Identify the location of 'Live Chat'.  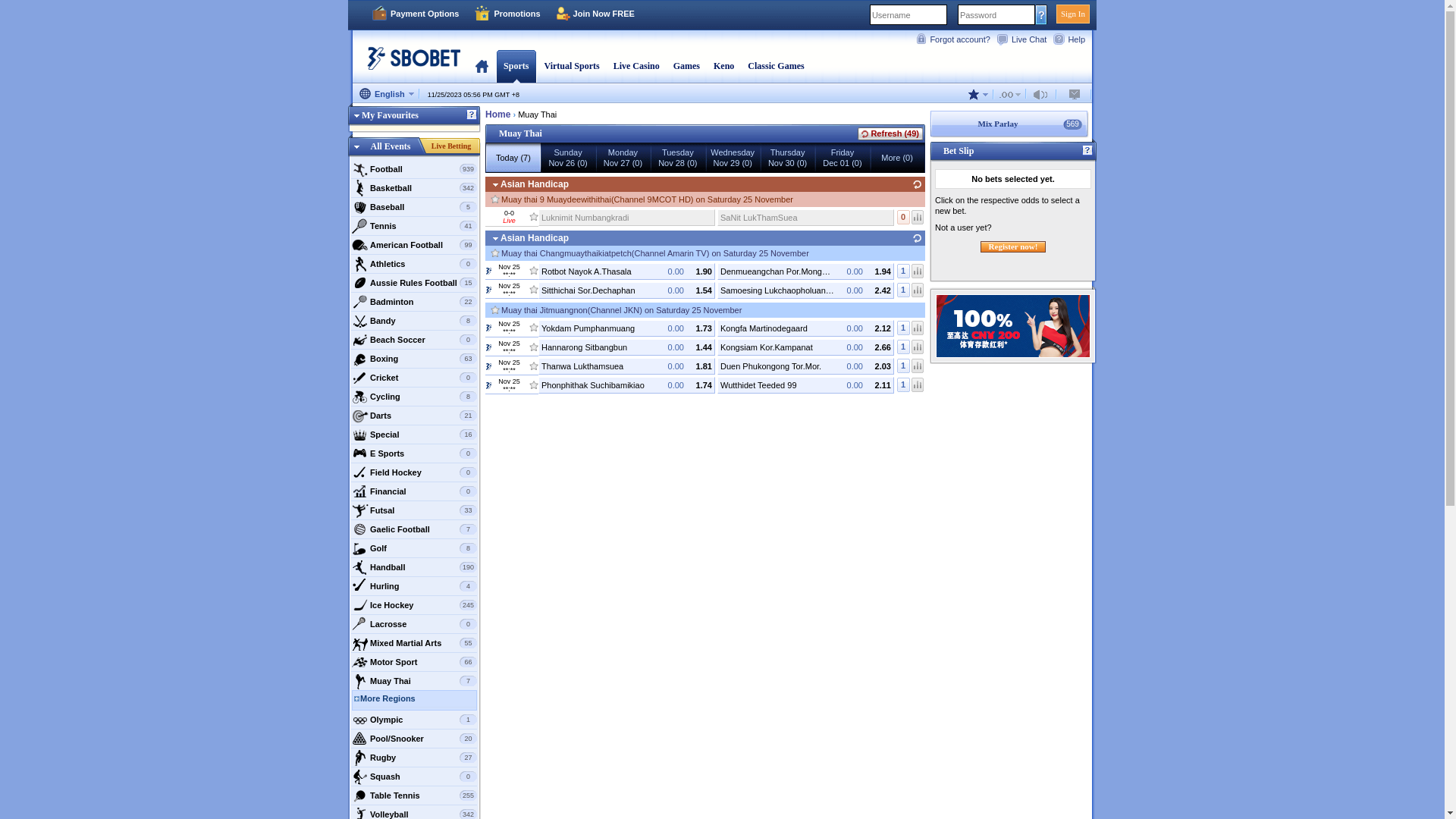
(996, 38).